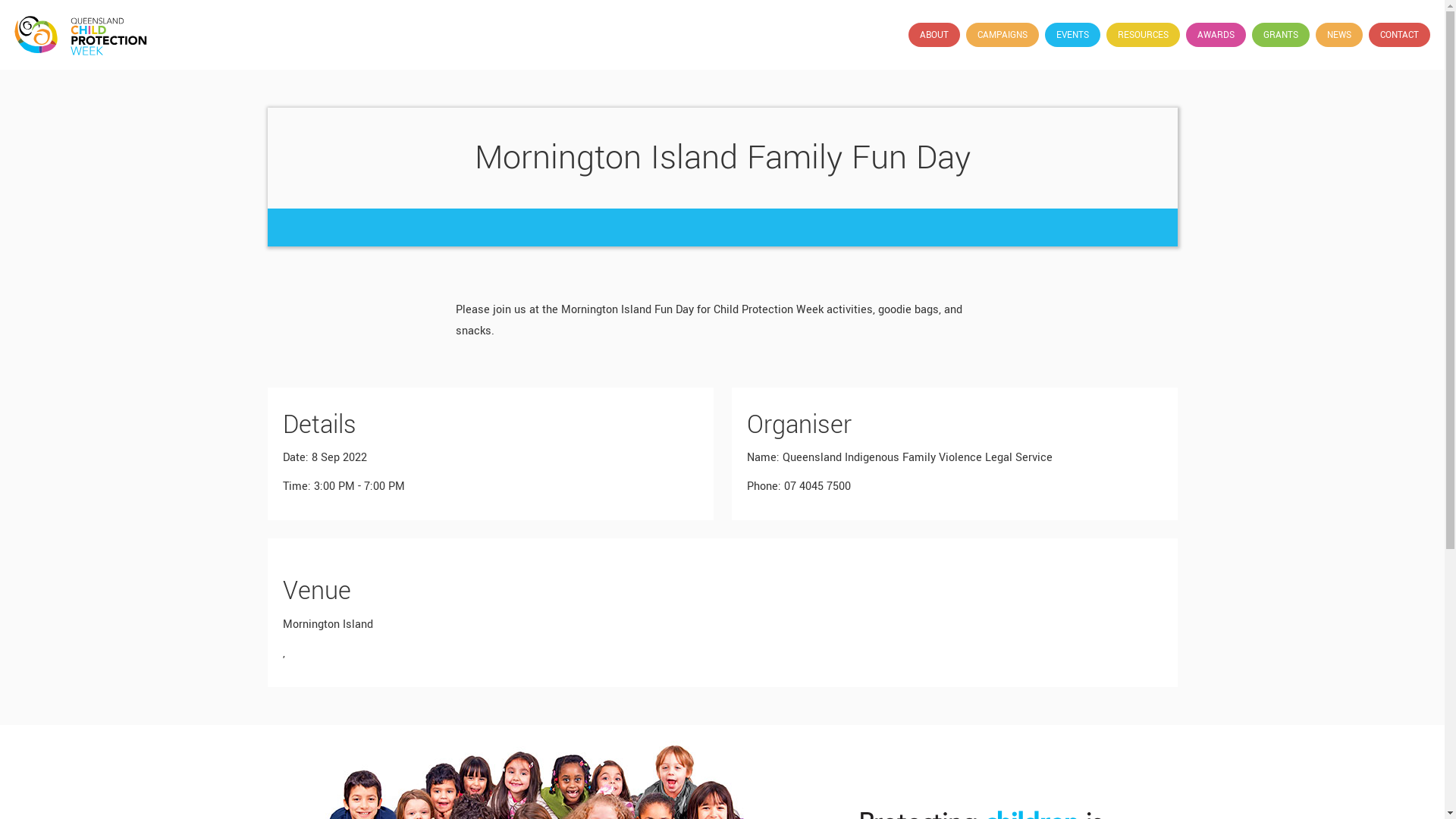 The height and width of the screenshot is (819, 1456). What do you see at coordinates (934, 34) in the screenshot?
I see `'ABOUT'` at bounding box center [934, 34].